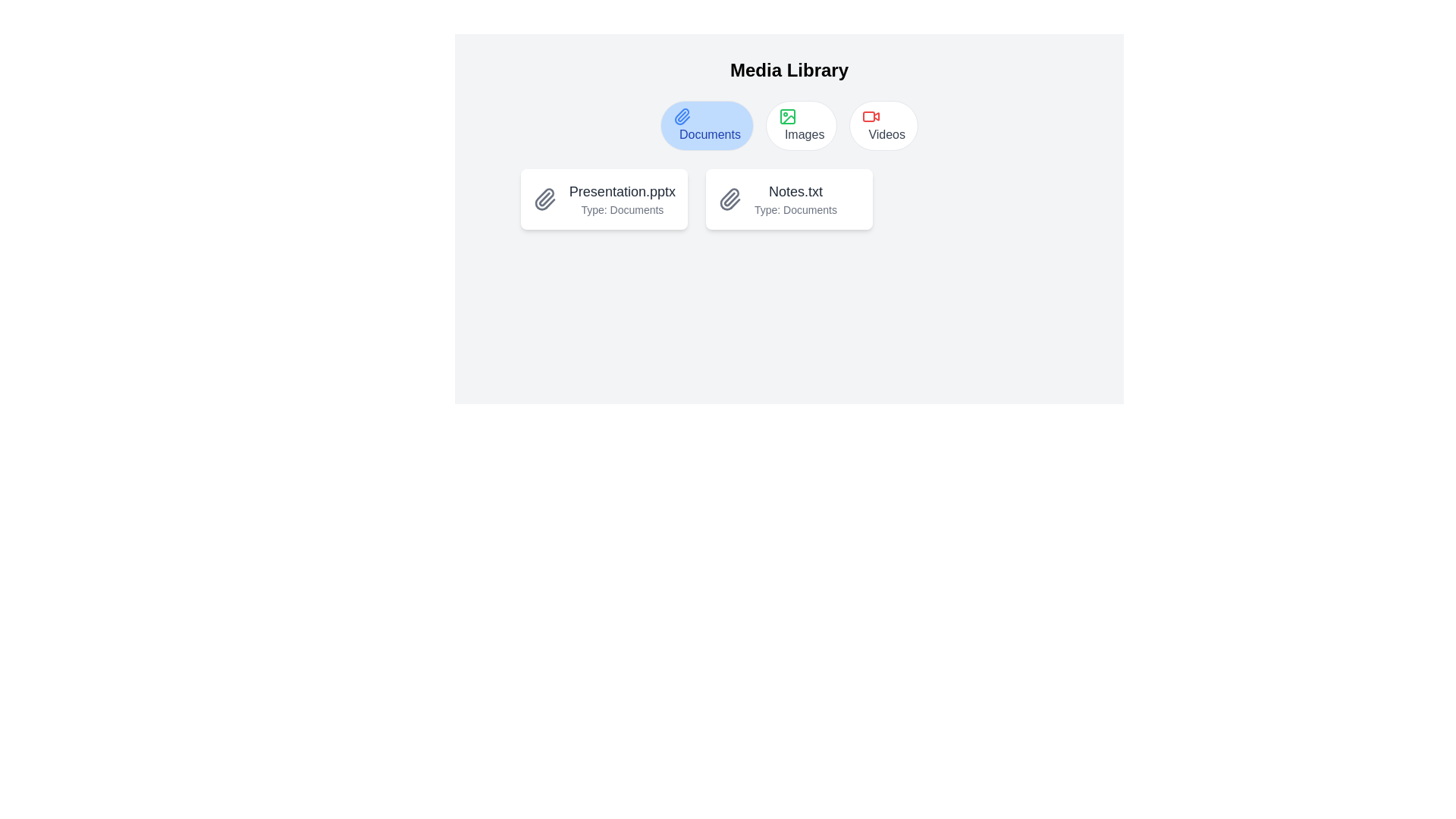 The height and width of the screenshot is (819, 1456). I want to click on the text label that indicates the file type as 'Documents', located directly below the 'Presentation.pptx' label in the left card under the 'Media Library' header, so click(622, 210).